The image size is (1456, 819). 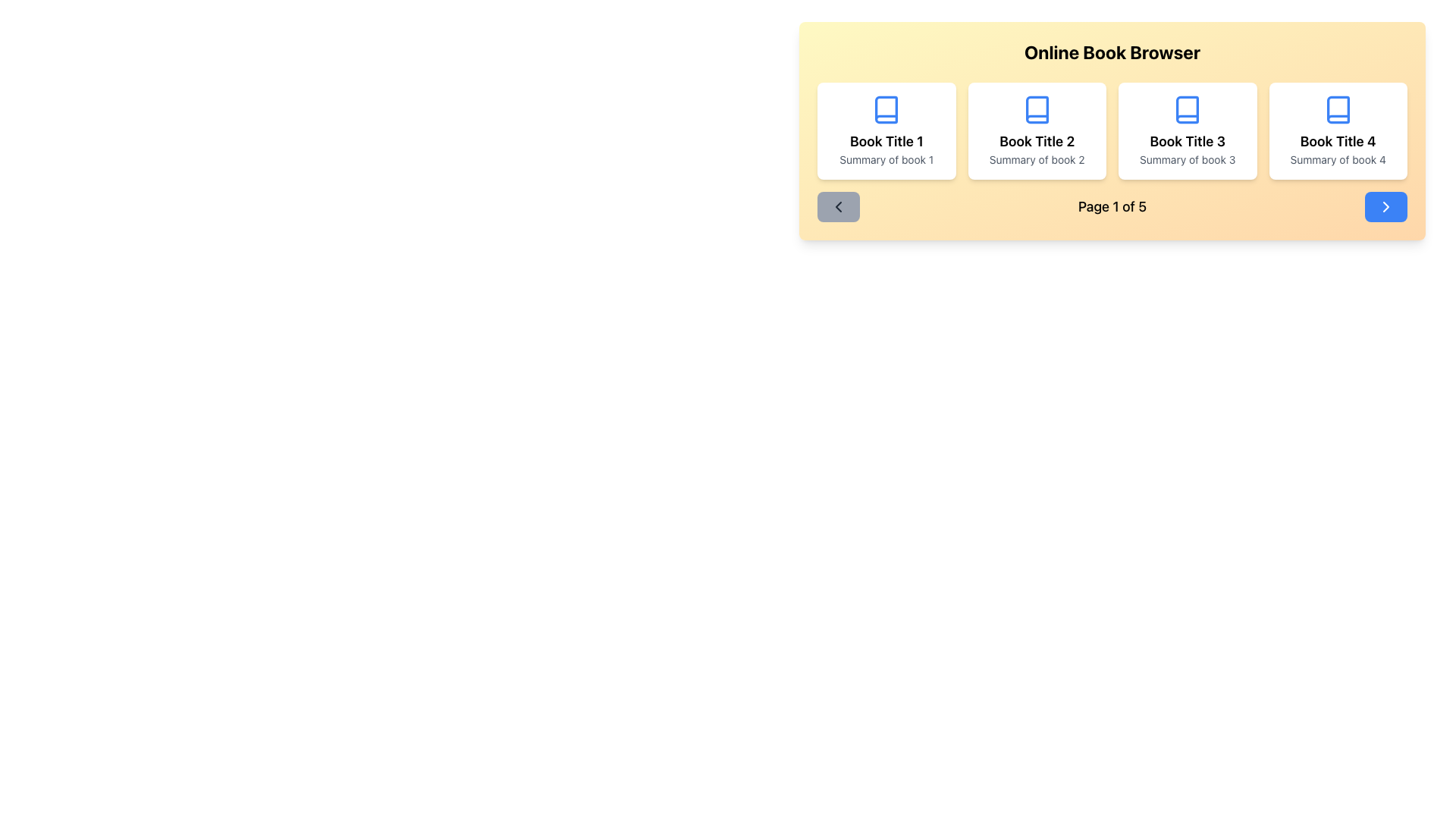 I want to click on text displaying the summary or description of the book titled 'Book Title 2', located below its title in the second slot of the book browser interface, so click(x=1036, y=160).